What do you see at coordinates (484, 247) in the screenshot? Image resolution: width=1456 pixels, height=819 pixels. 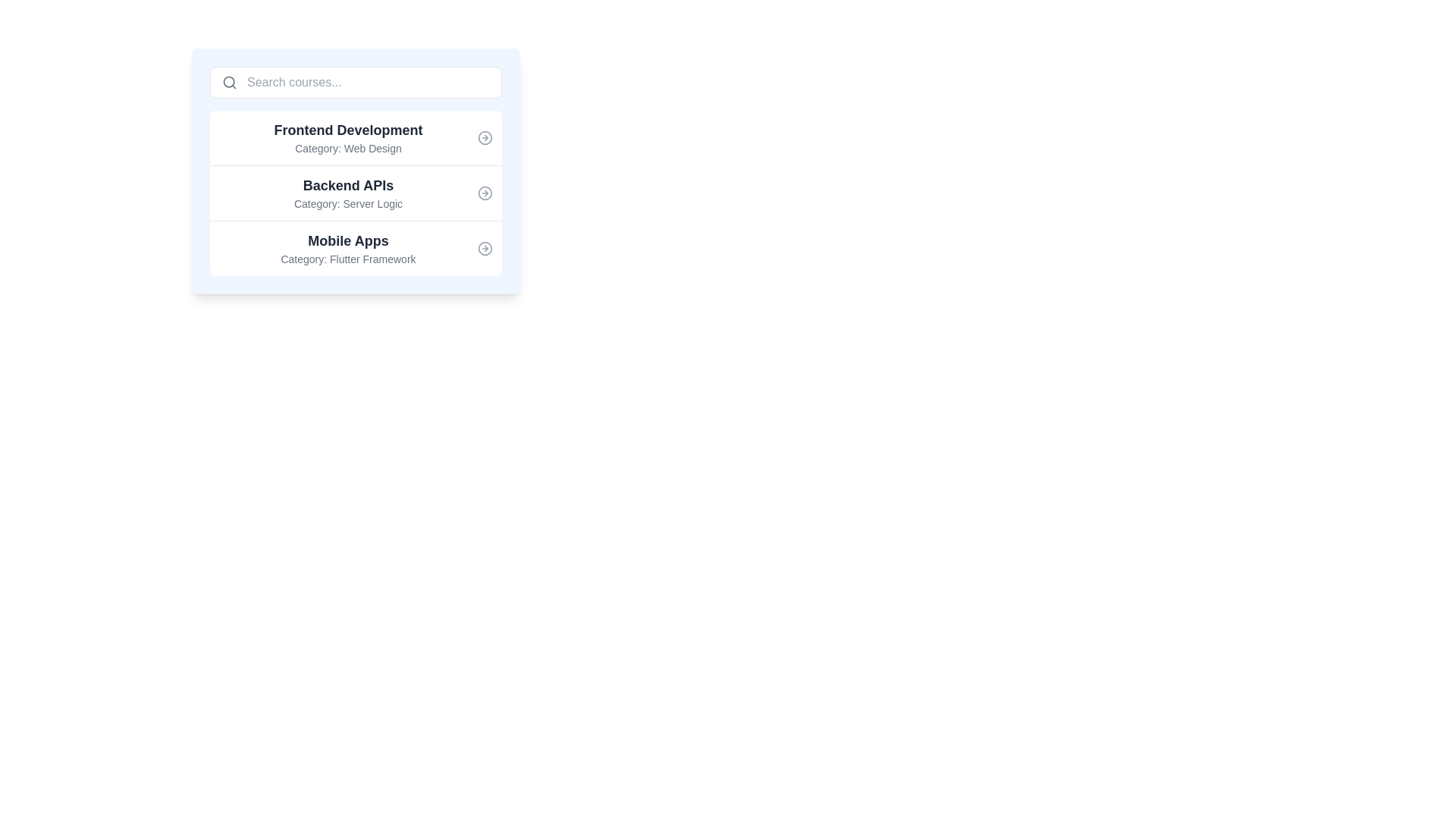 I see `the navigational icon resembling a right arrow inside a circular boundary located at the far-right end of the 'Mobile Apps' section` at bounding box center [484, 247].